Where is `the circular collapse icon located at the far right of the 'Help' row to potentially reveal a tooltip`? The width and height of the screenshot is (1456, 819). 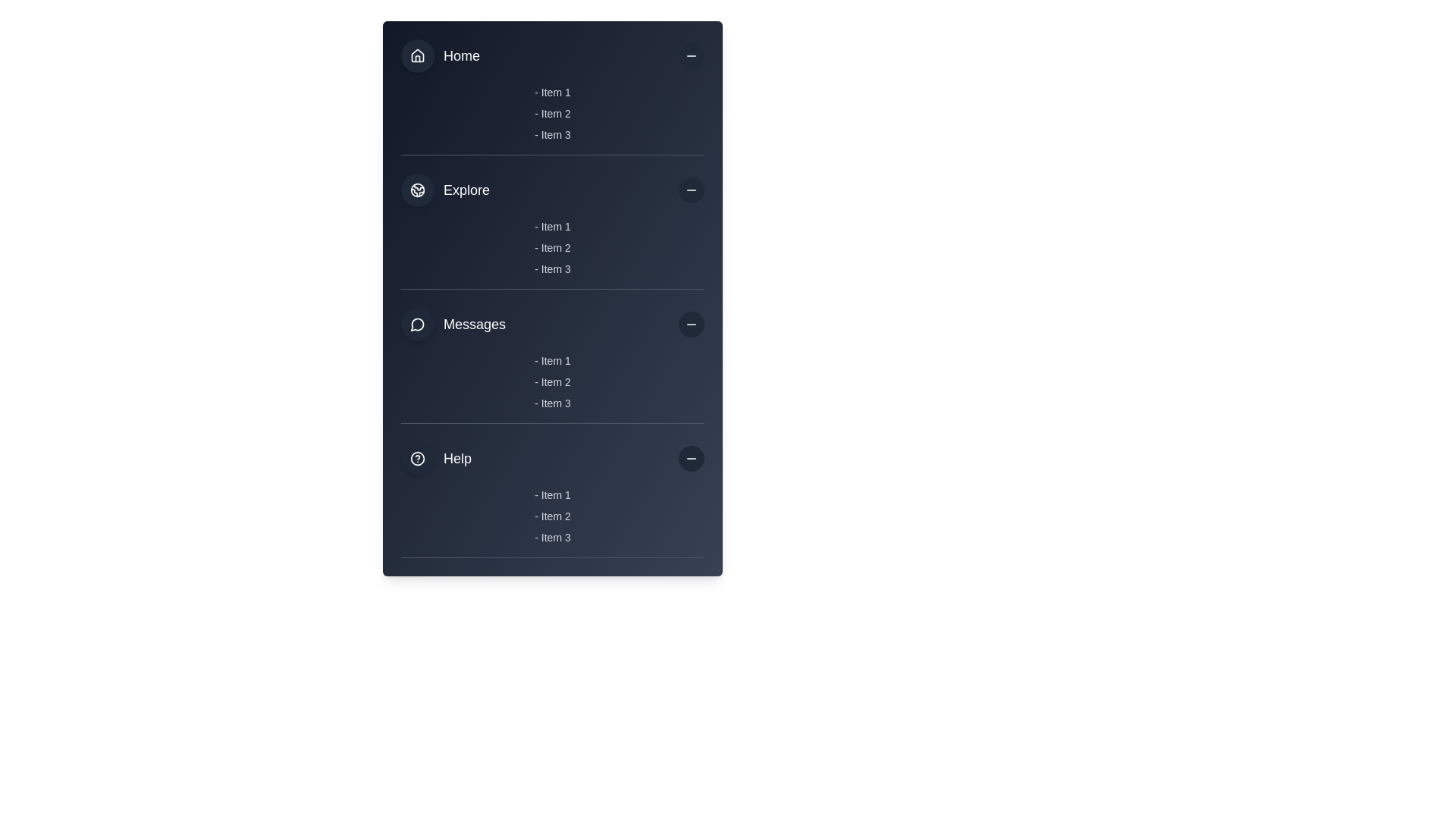 the circular collapse icon located at the far right of the 'Help' row to potentially reveal a tooltip is located at coordinates (691, 458).